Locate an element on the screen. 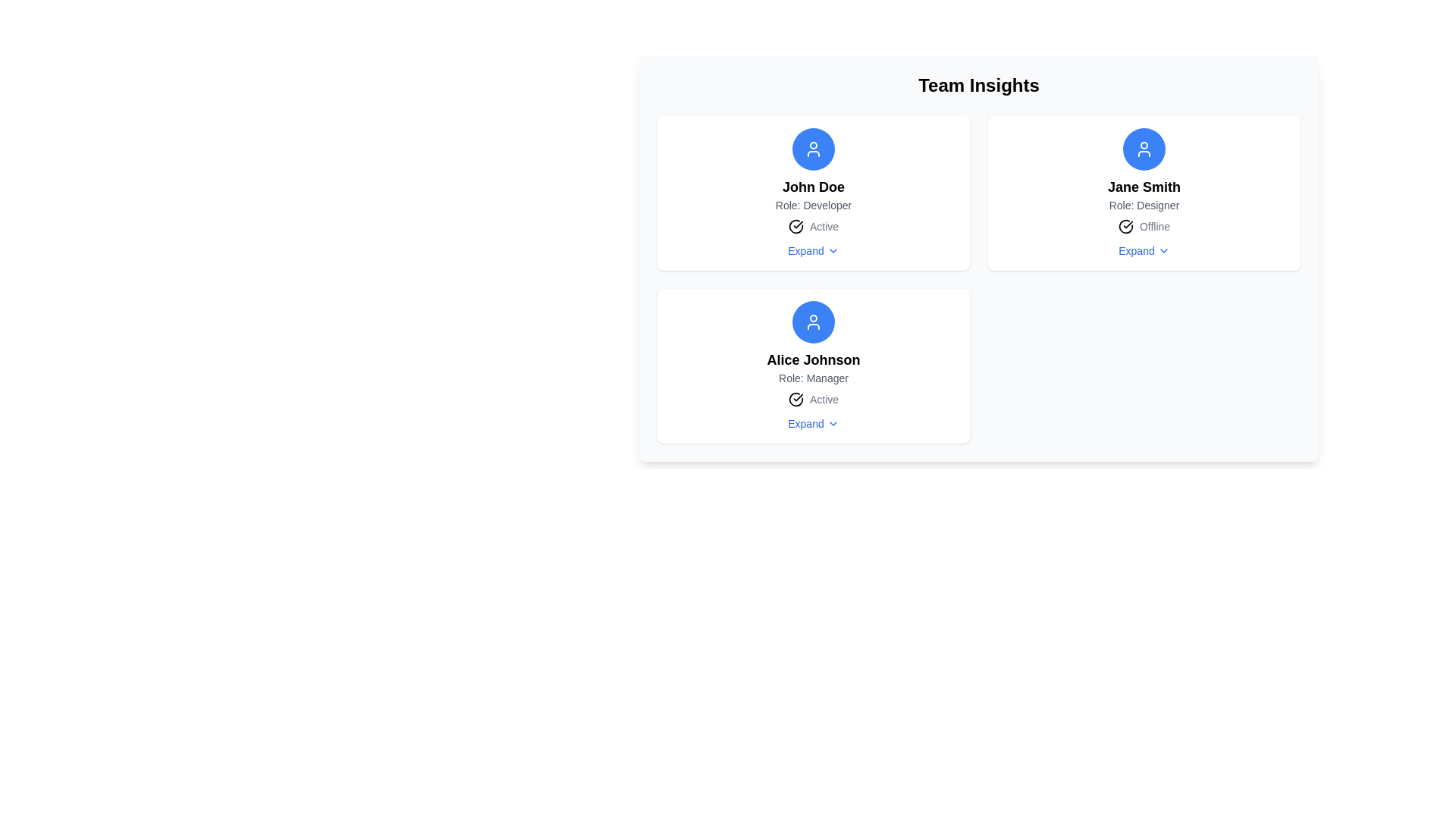 This screenshot has width=1456, height=819. the 'Active' text label that is displayed in gray color, positioned within a card layout under the name 'John Doe', and aligned to the right of the status icon is located at coordinates (823, 227).